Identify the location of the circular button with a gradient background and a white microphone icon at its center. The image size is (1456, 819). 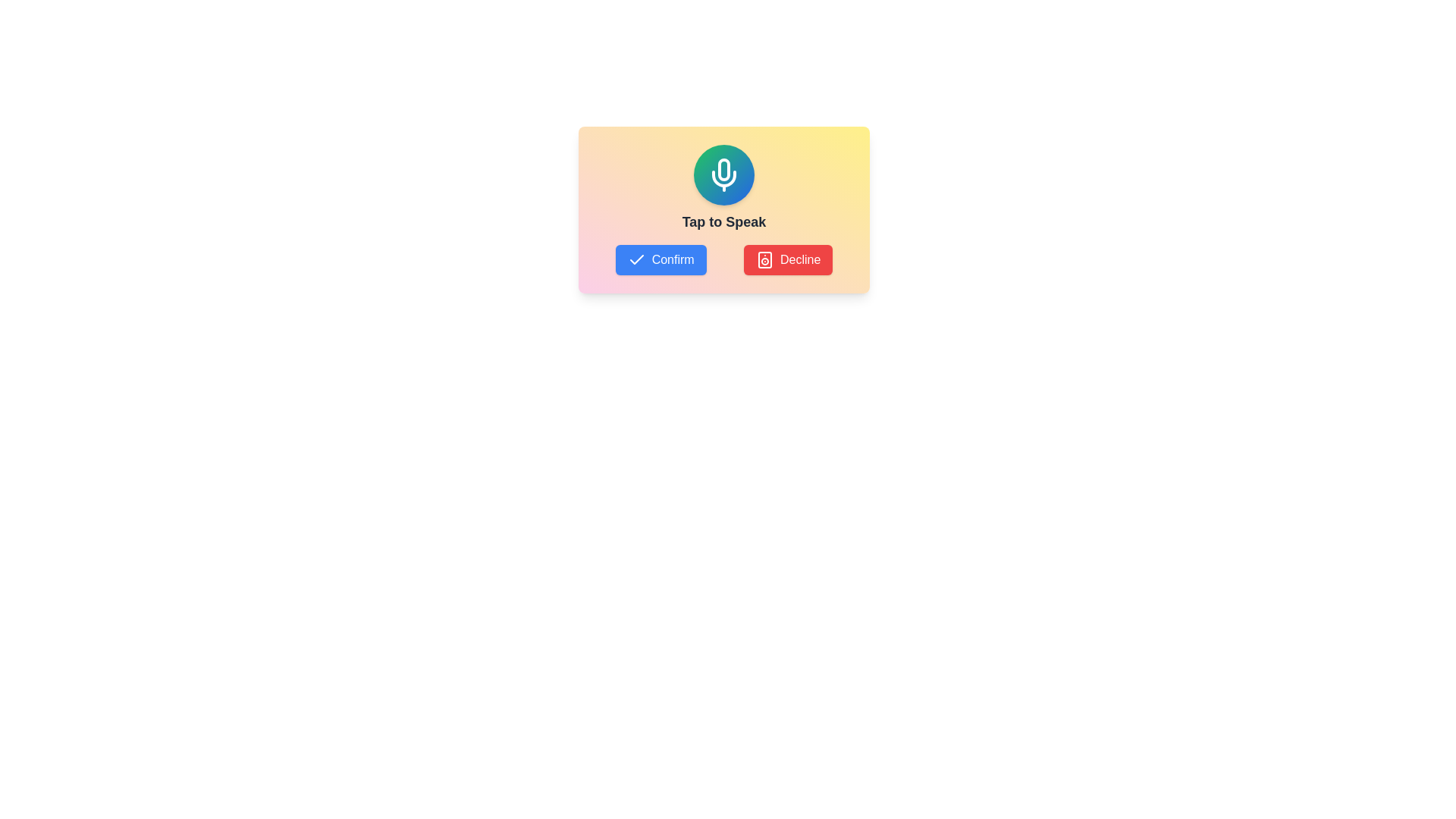
(723, 174).